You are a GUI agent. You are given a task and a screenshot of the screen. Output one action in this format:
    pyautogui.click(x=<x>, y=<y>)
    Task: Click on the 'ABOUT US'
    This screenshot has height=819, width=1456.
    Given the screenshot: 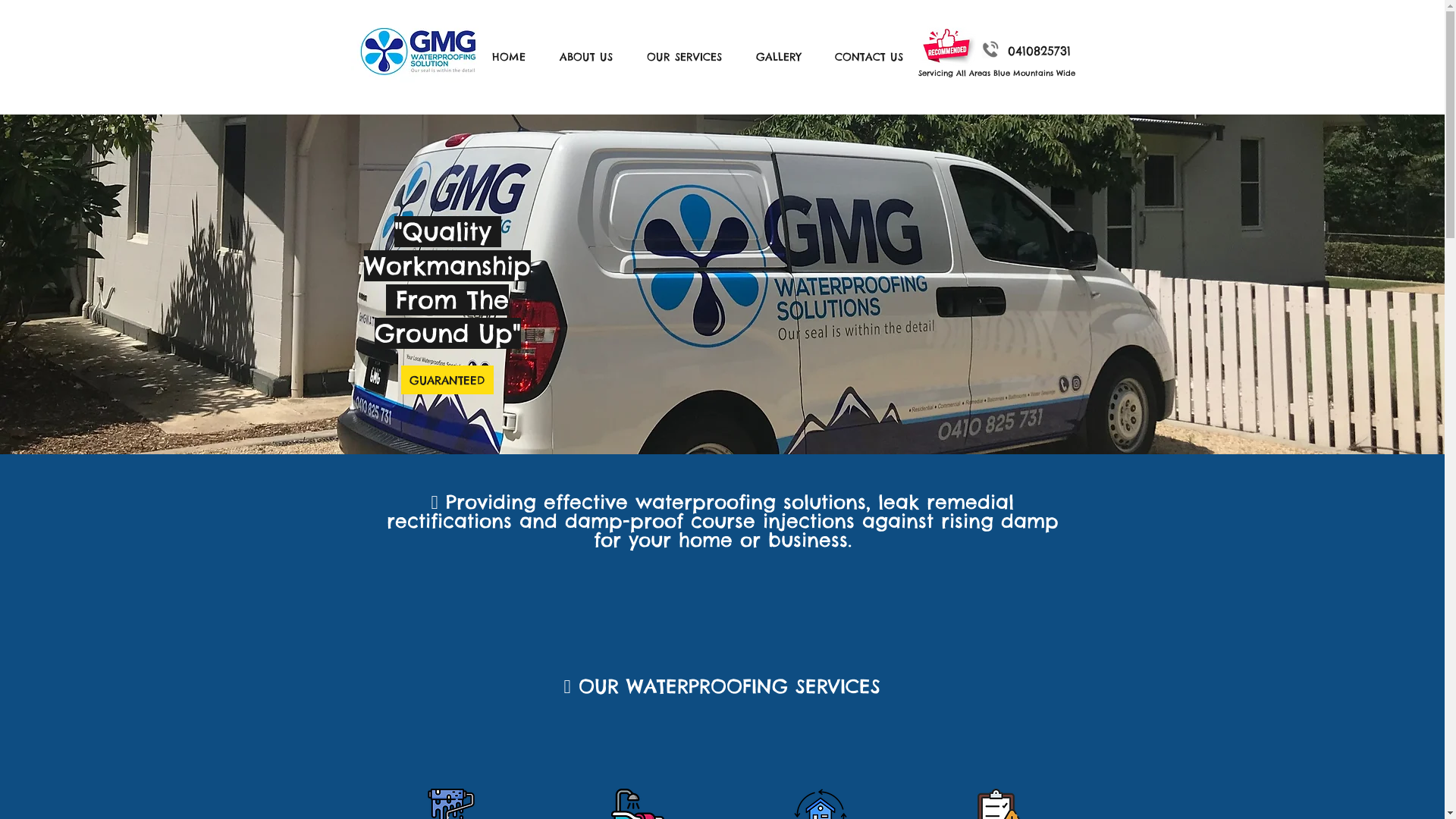 What is the action you would take?
    pyautogui.click(x=590, y=55)
    